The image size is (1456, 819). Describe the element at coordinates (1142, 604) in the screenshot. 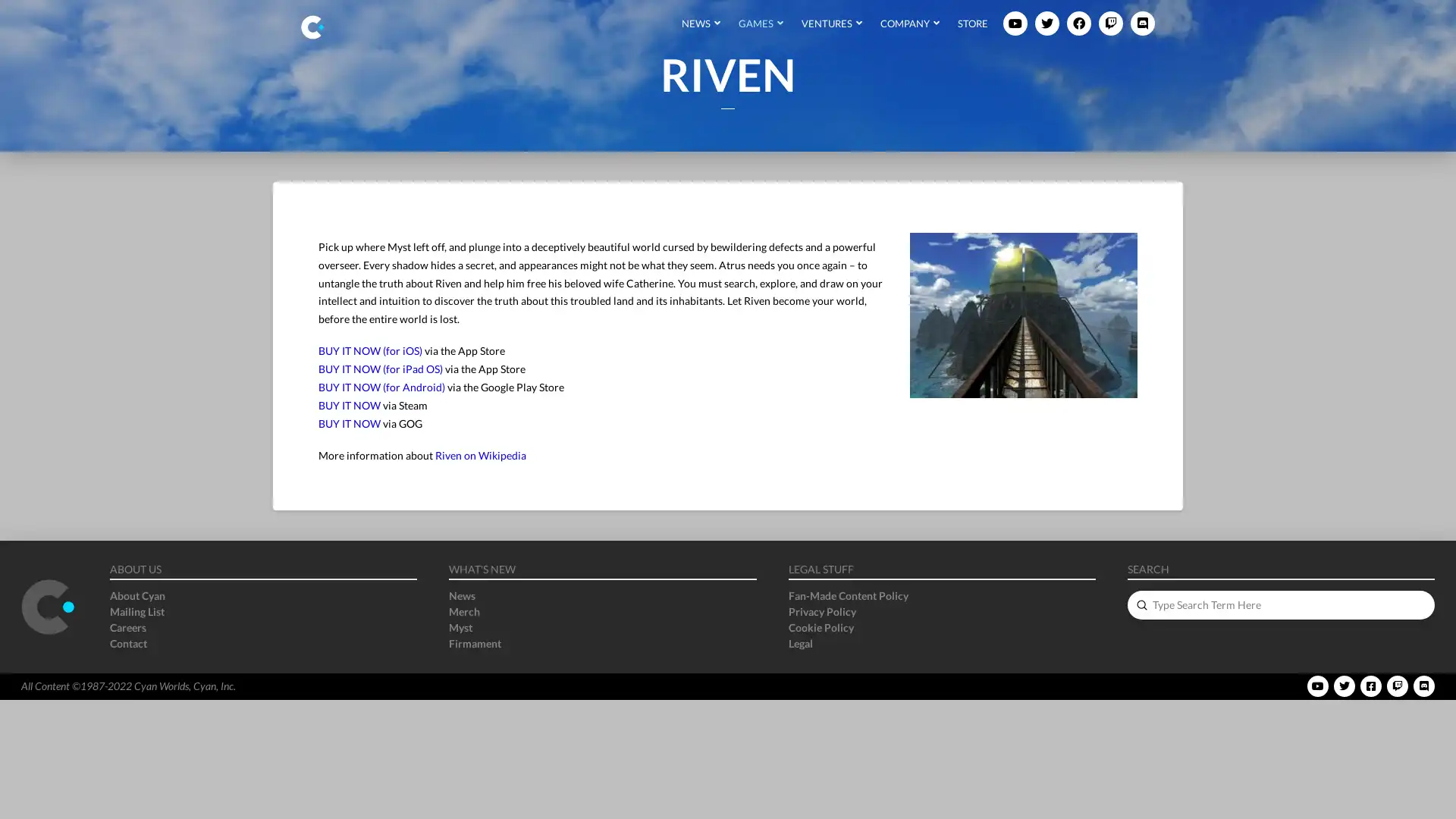

I see `Submit` at that location.